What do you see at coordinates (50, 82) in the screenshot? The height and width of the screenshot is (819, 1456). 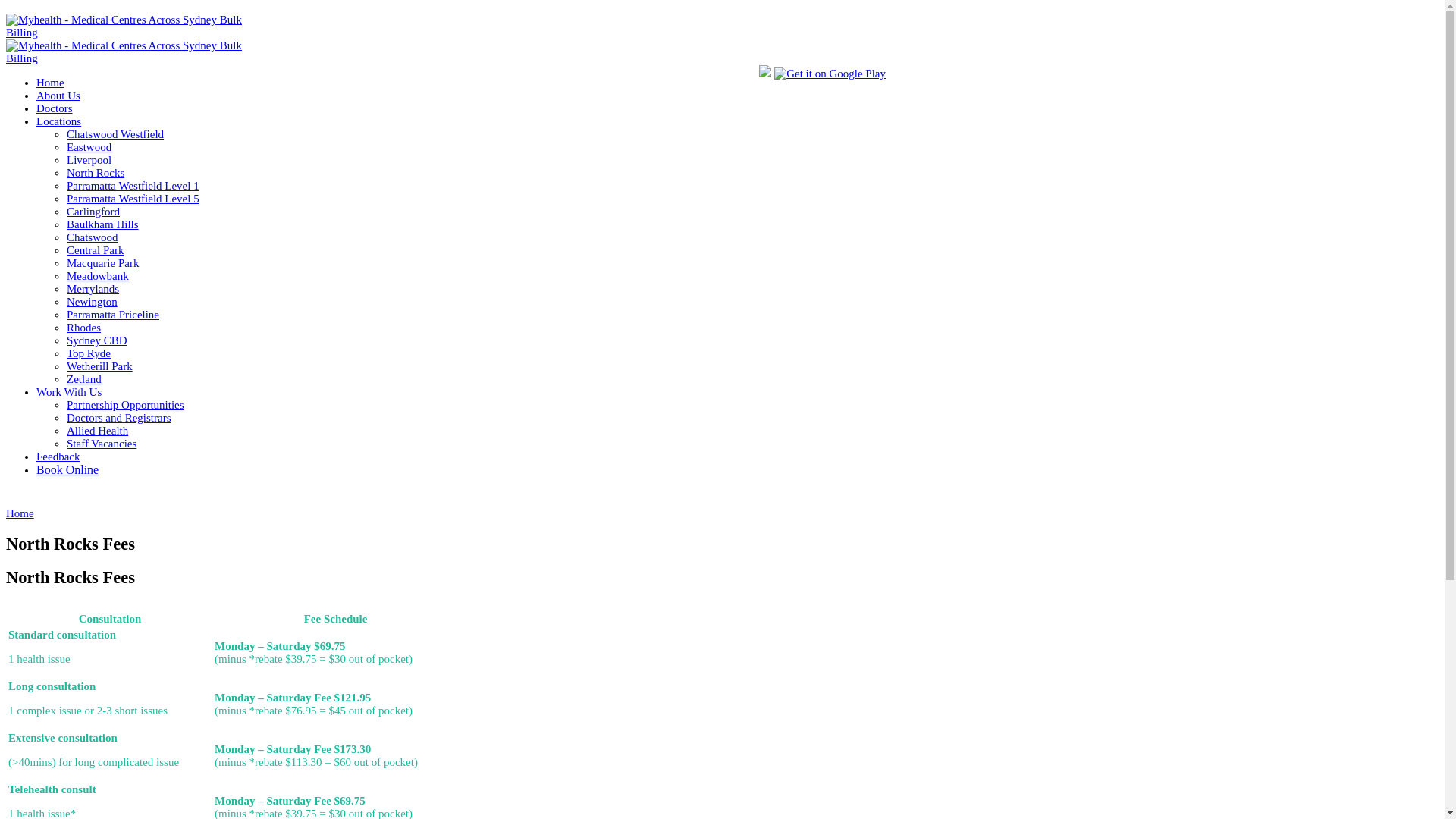 I see `'Home'` at bounding box center [50, 82].